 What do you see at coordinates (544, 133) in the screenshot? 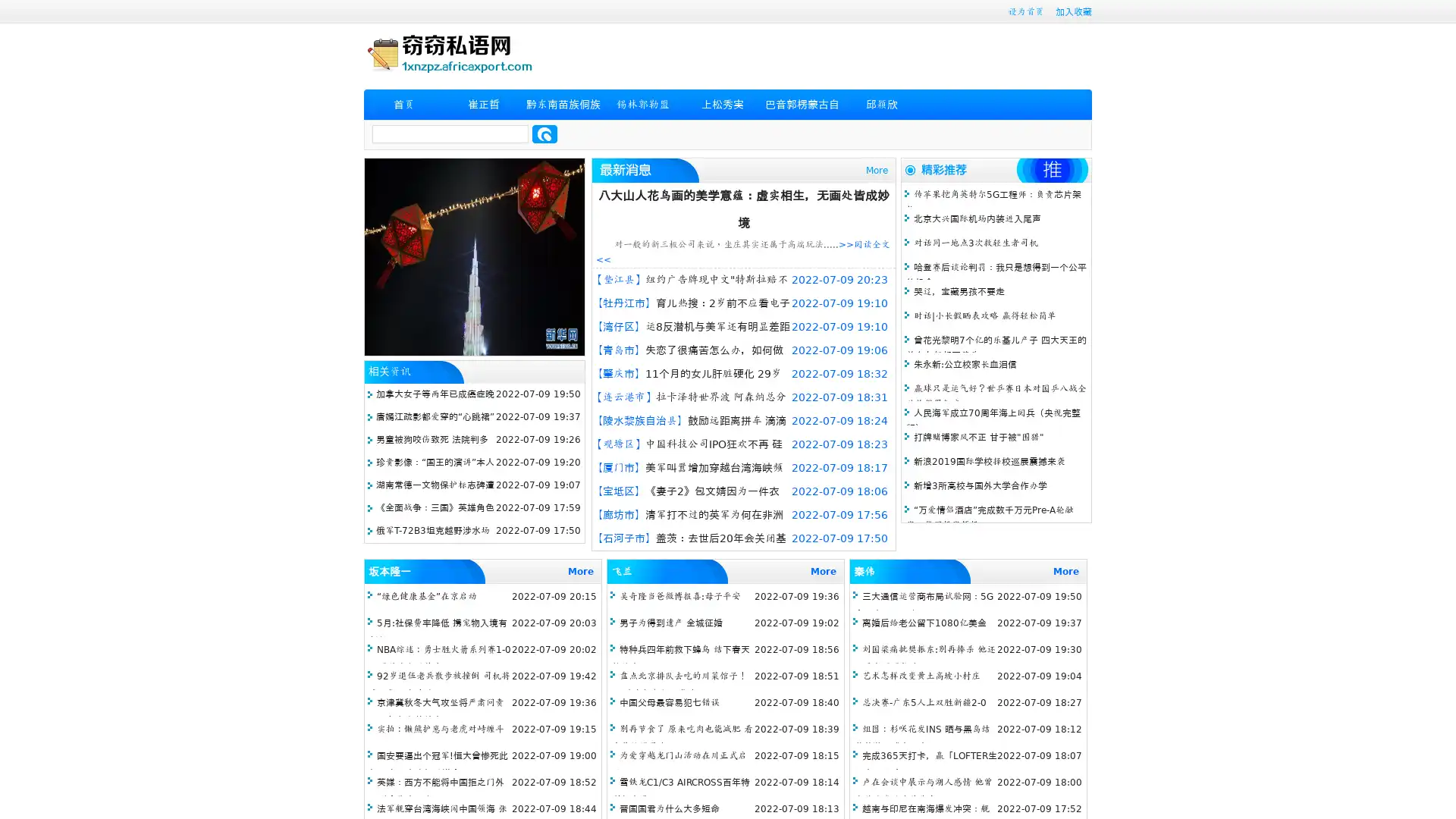
I see `Search` at bounding box center [544, 133].